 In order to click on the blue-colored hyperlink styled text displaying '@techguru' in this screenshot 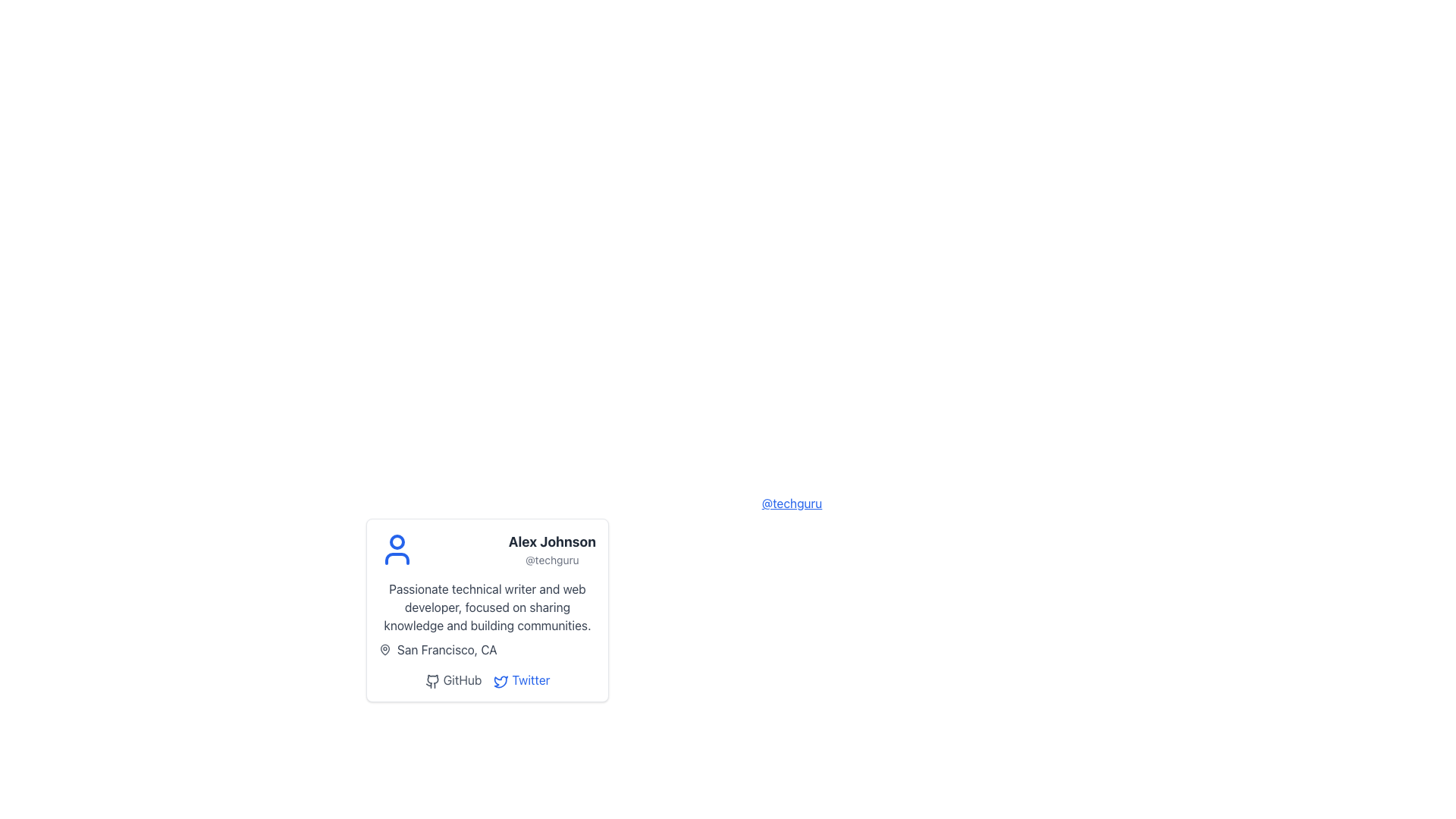, I will do `click(791, 503)`.